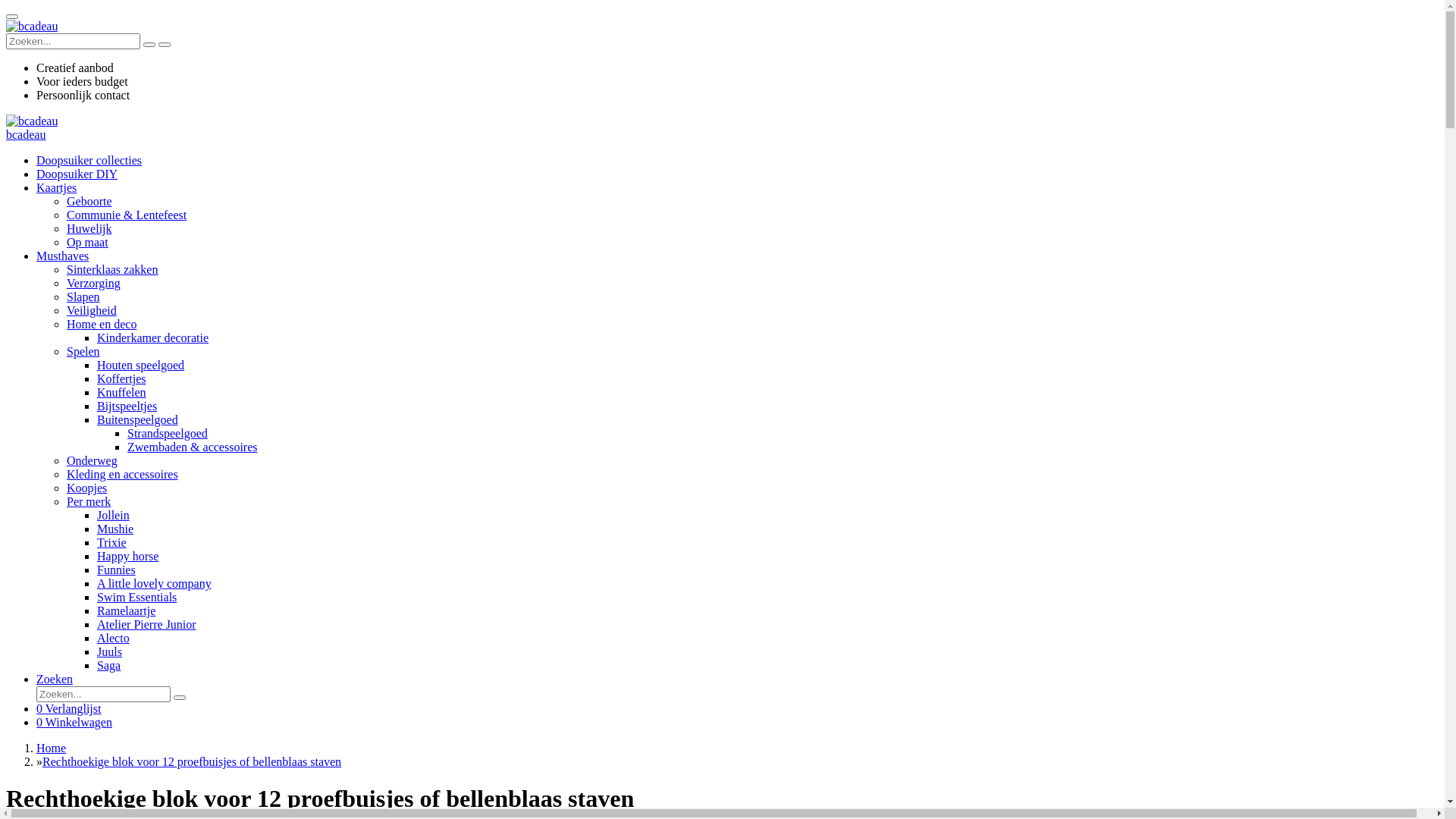  I want to click on 'Musthaves', so click(61, 255).